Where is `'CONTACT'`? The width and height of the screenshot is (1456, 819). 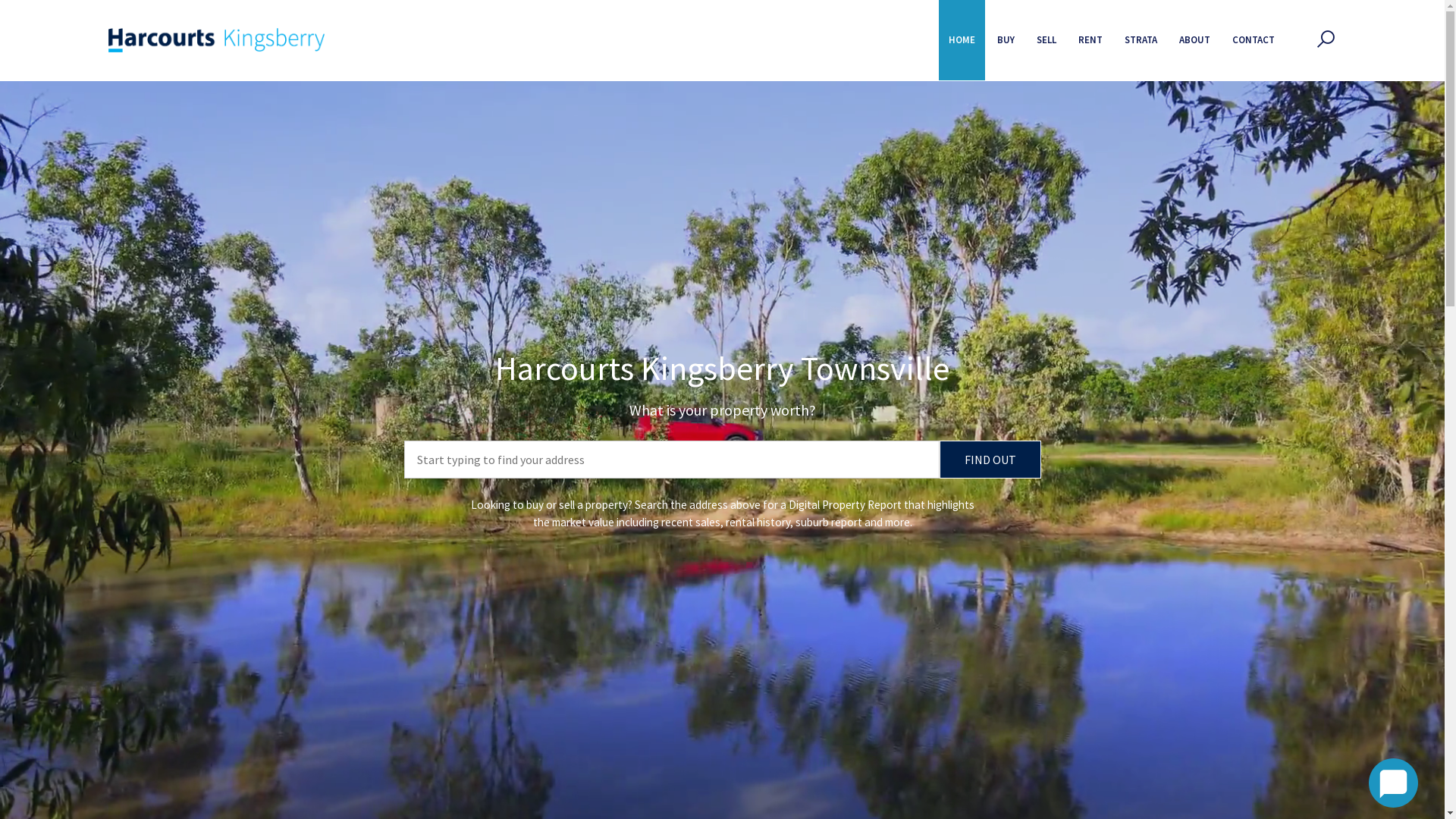 'CONTACT' is located at coordinates (1253, 39).